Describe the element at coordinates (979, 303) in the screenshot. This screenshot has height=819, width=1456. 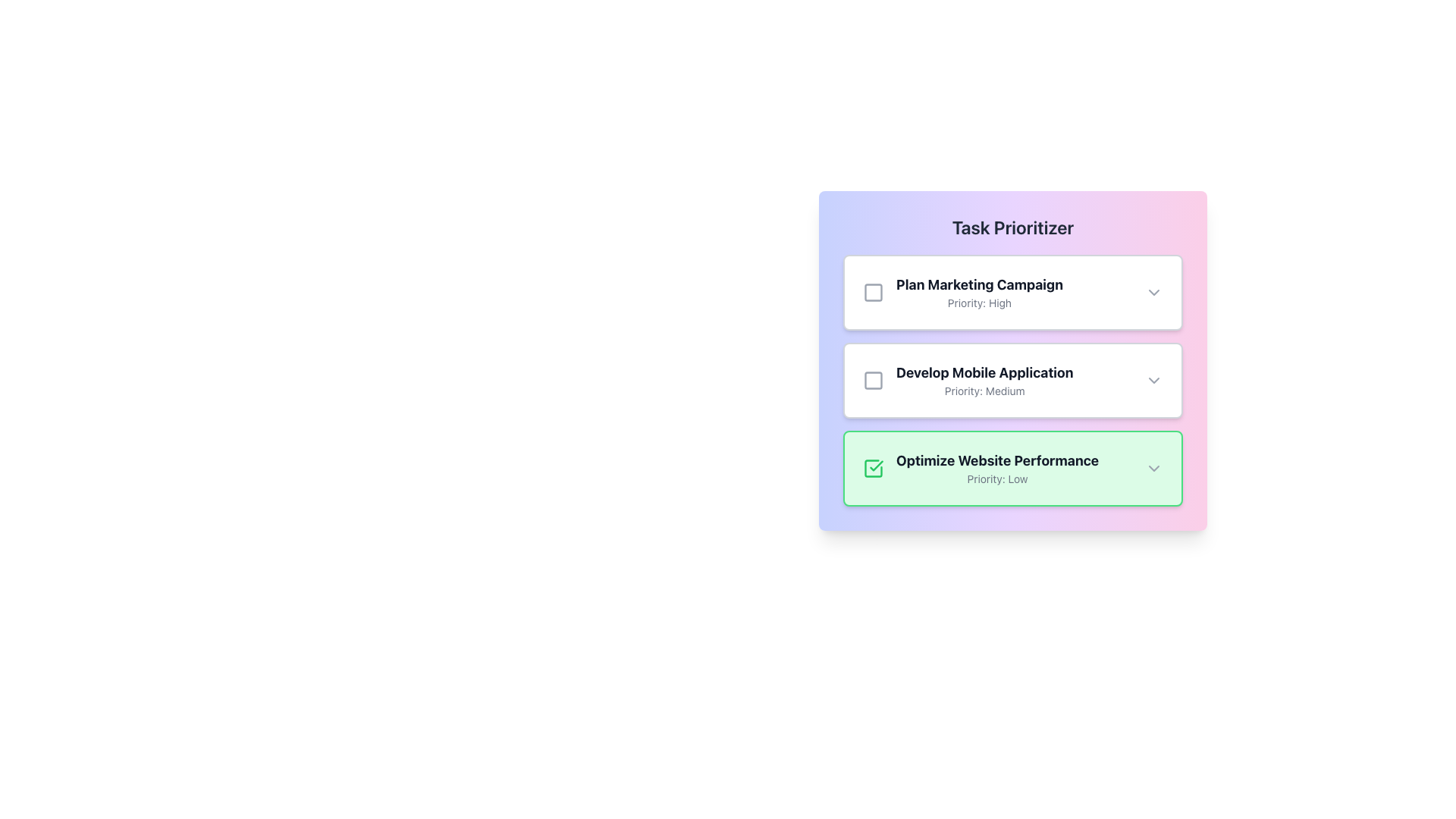
I see `the text label stating 'Priority: High' which is positioned directly beneath the title 'Plan Marketing Campaign'` at that location.